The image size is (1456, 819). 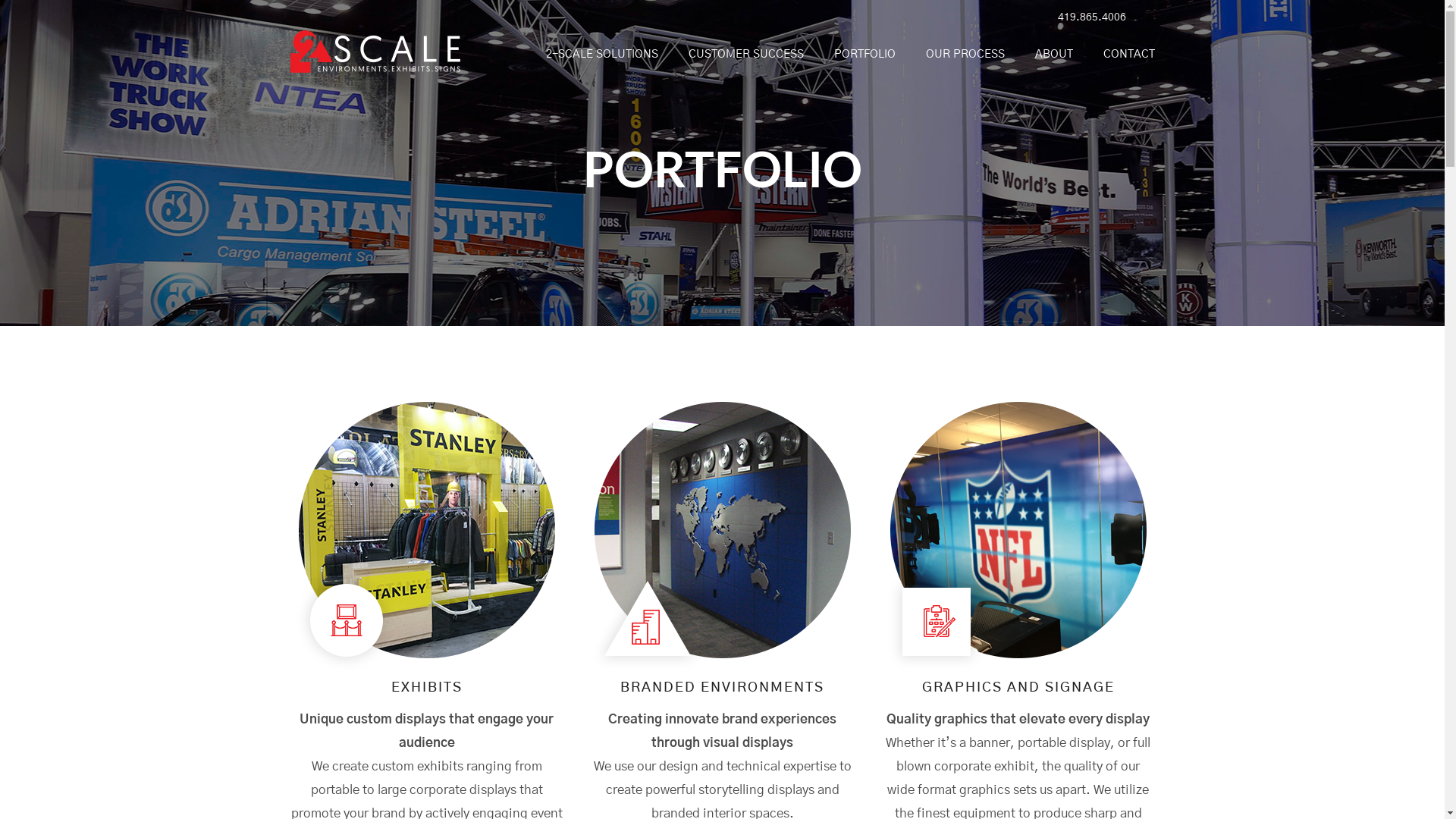 I want to click on '419.865.4006', so click(x=1087, y=17).